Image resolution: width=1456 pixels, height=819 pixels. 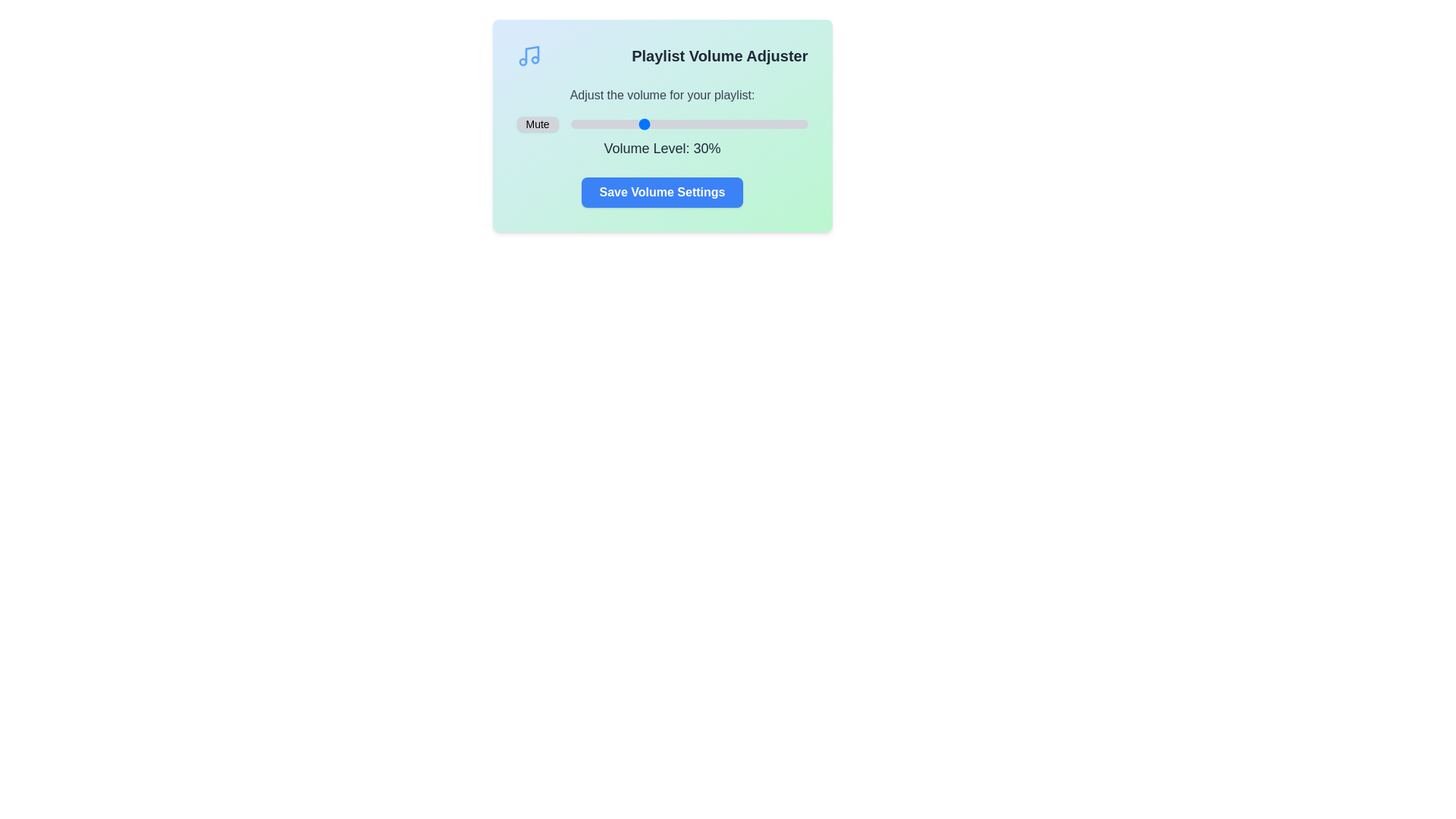 I want to click on the 'Save Volume Settings' button to save the current volume level, so click(x=662, y=192).